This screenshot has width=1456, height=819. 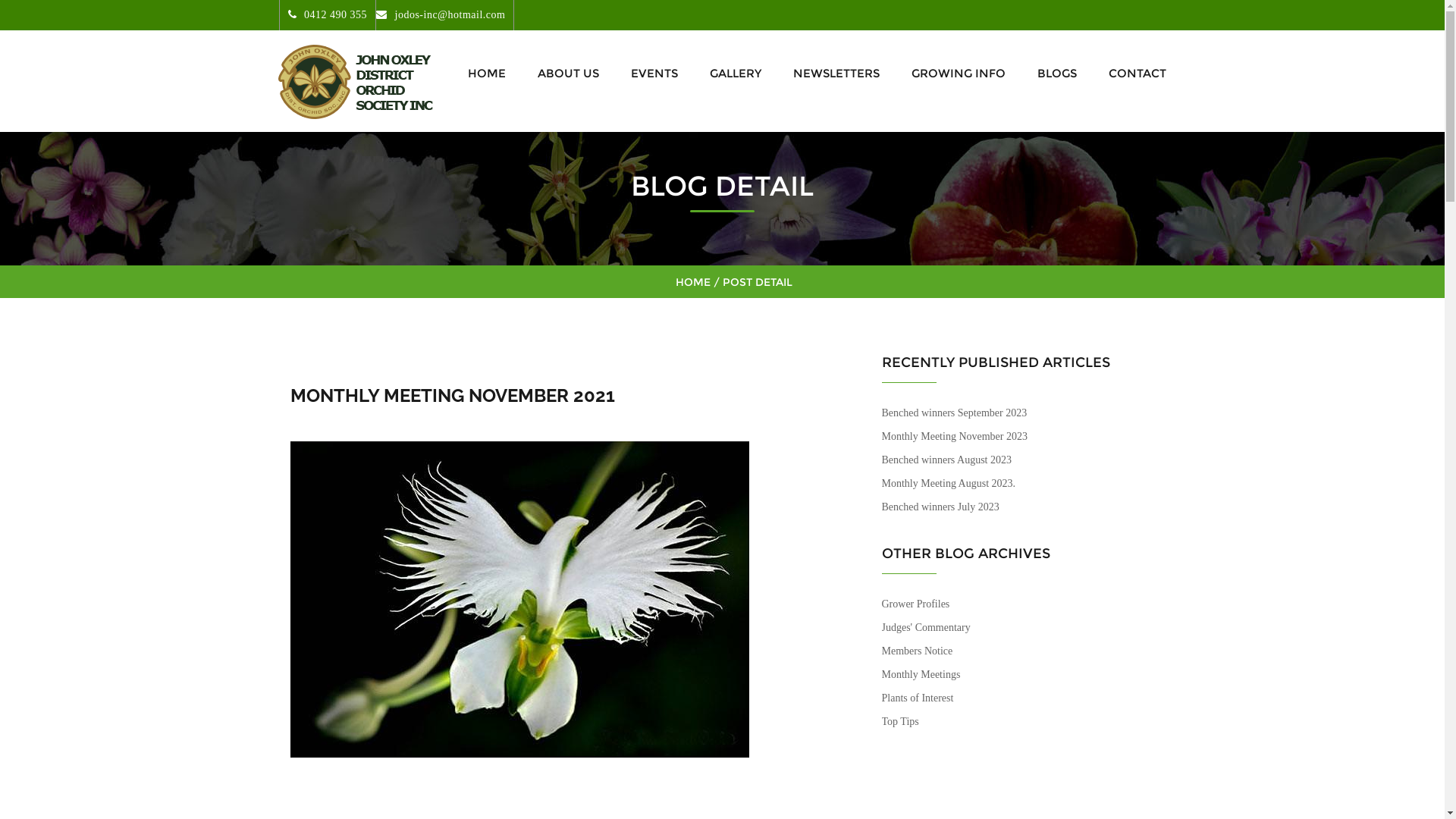 What do you see at coordinates (880, 436) in the screenshot?
I see `'Monthly Meeting November 2023'` at bounding box center [880, 436].